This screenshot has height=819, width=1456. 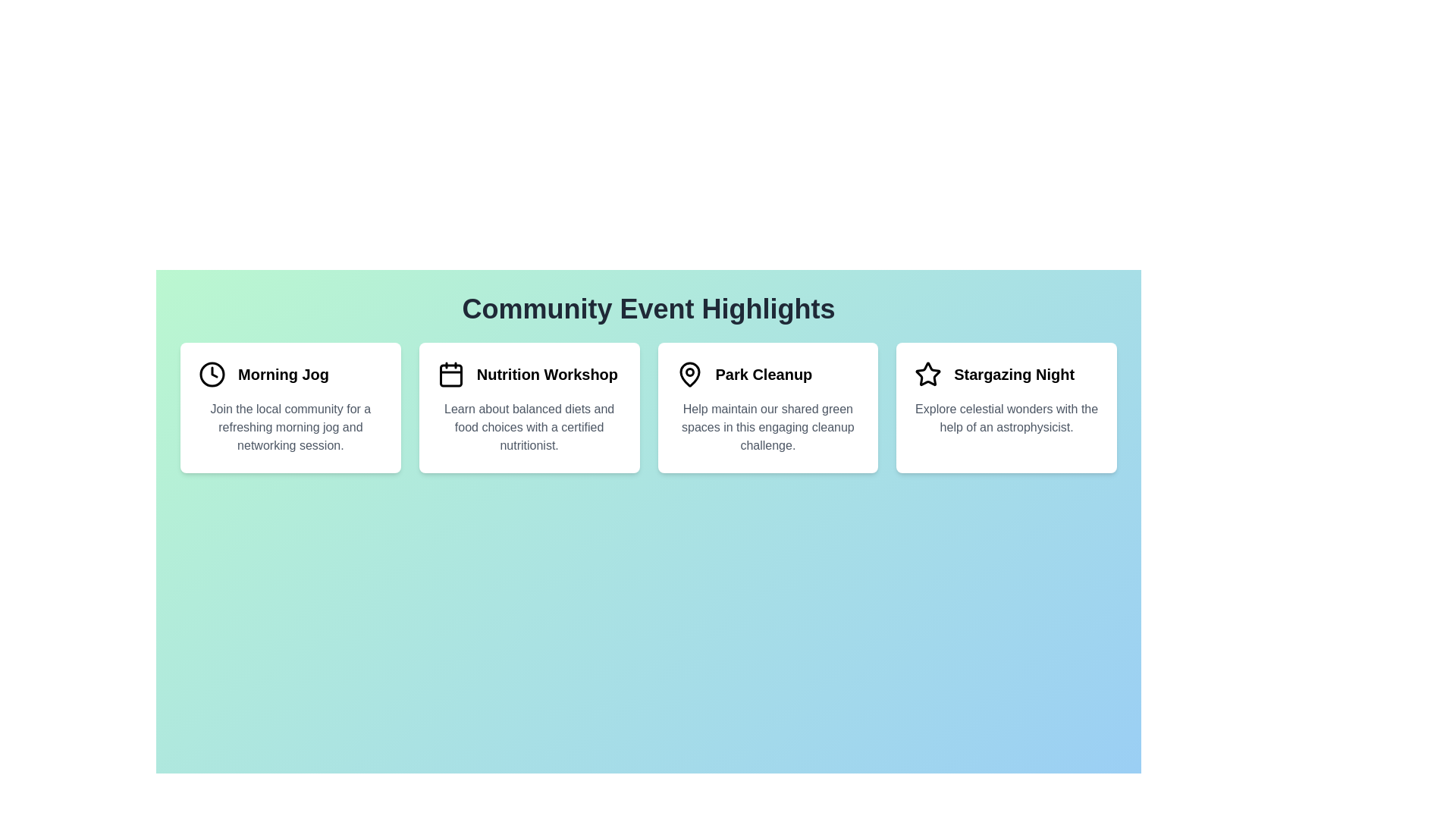 What do you see at coordinates (689, 372) in the screenshot?
I see `the circular dot representing the focus point within the 'Park Cleanup' icon, located at the center of the pin graphic in the second card from the right` at bounding box center [689, 372].